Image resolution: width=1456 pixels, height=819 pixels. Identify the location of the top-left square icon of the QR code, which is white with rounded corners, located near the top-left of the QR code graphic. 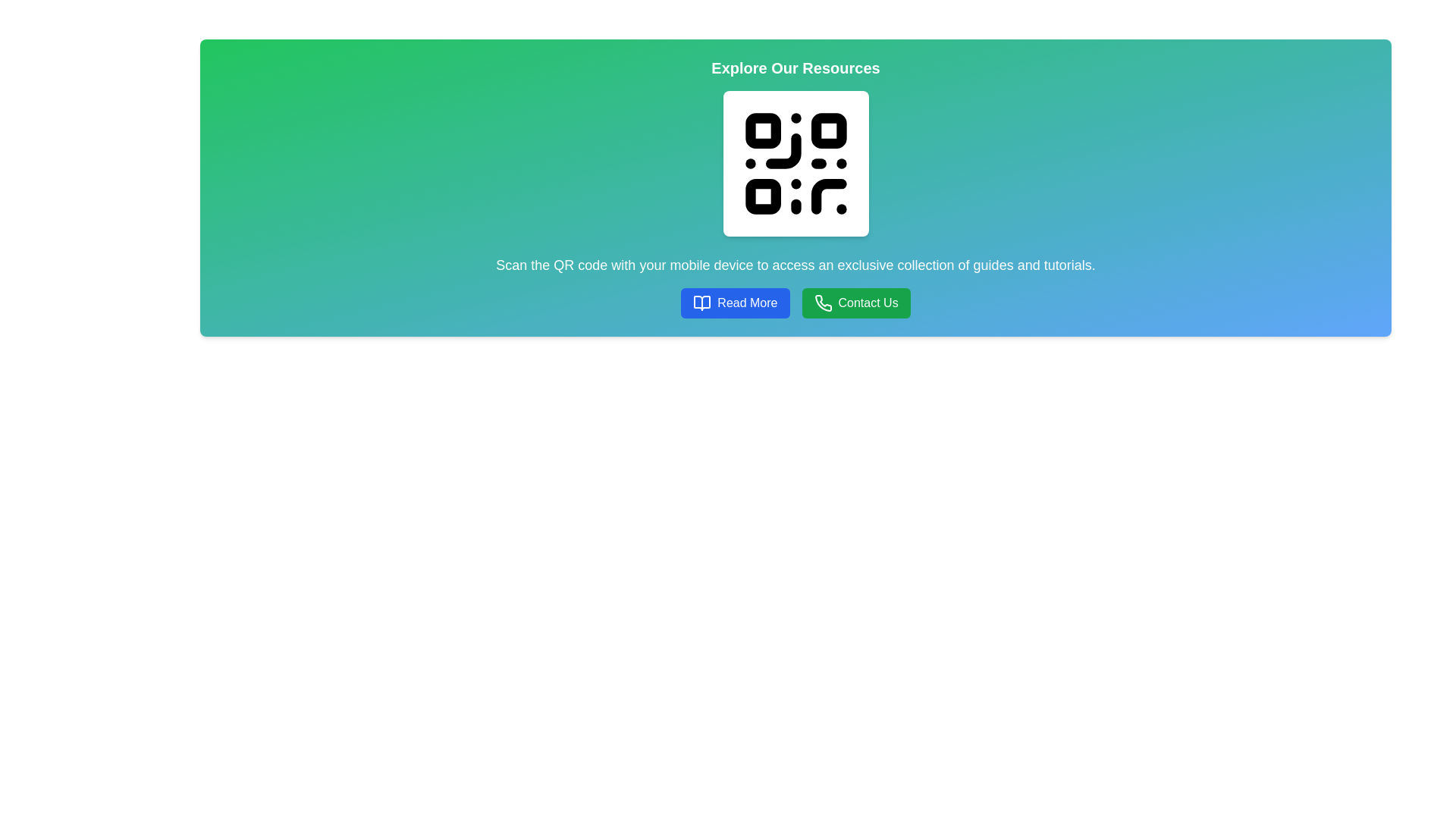
(763, 130).